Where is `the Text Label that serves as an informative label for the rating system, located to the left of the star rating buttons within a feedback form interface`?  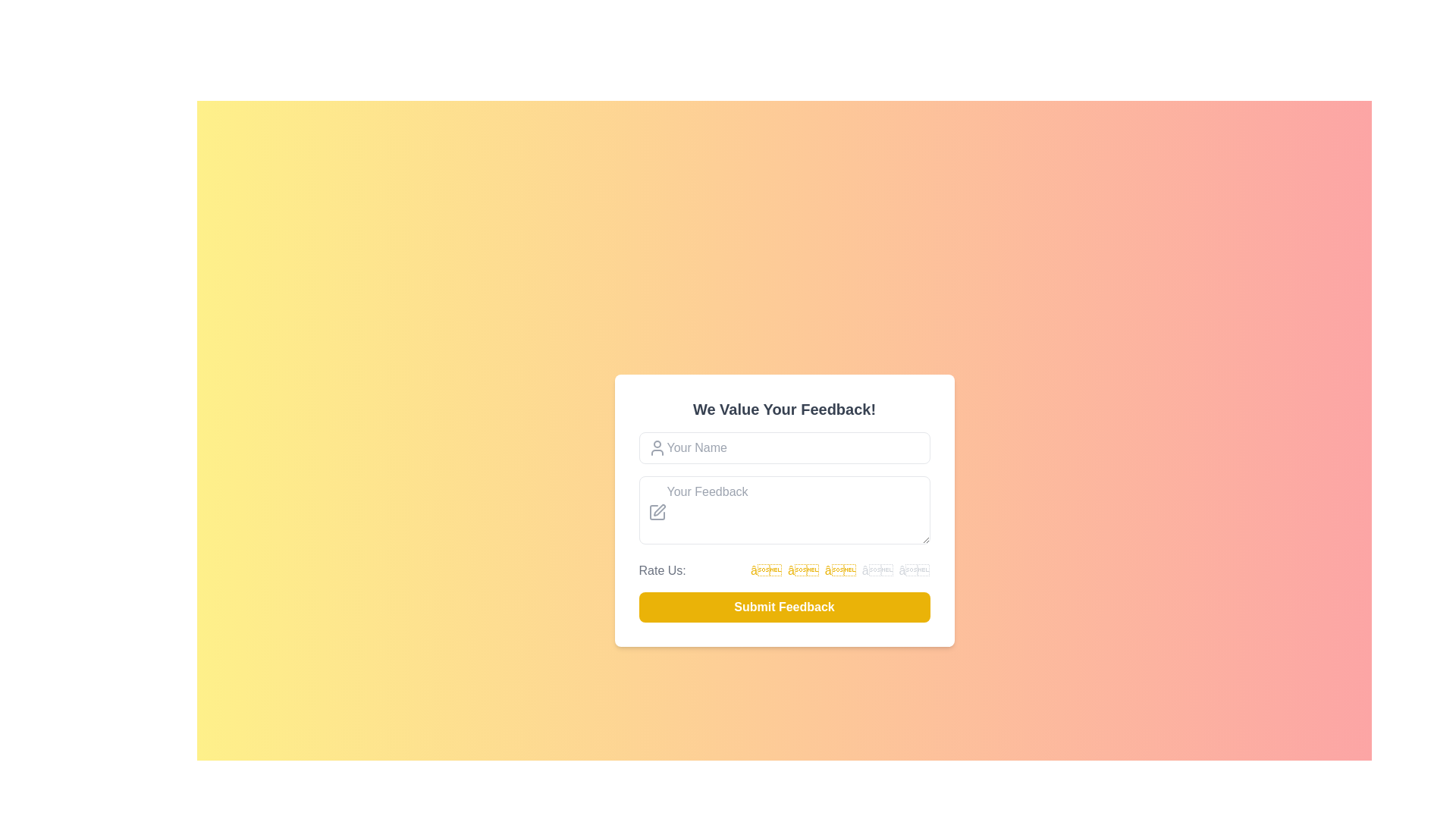 the Text Label that serves as an informative label for the rating system, located to the left of the star rating buttons within a feedback form interface is located at coordinates (662, 570).